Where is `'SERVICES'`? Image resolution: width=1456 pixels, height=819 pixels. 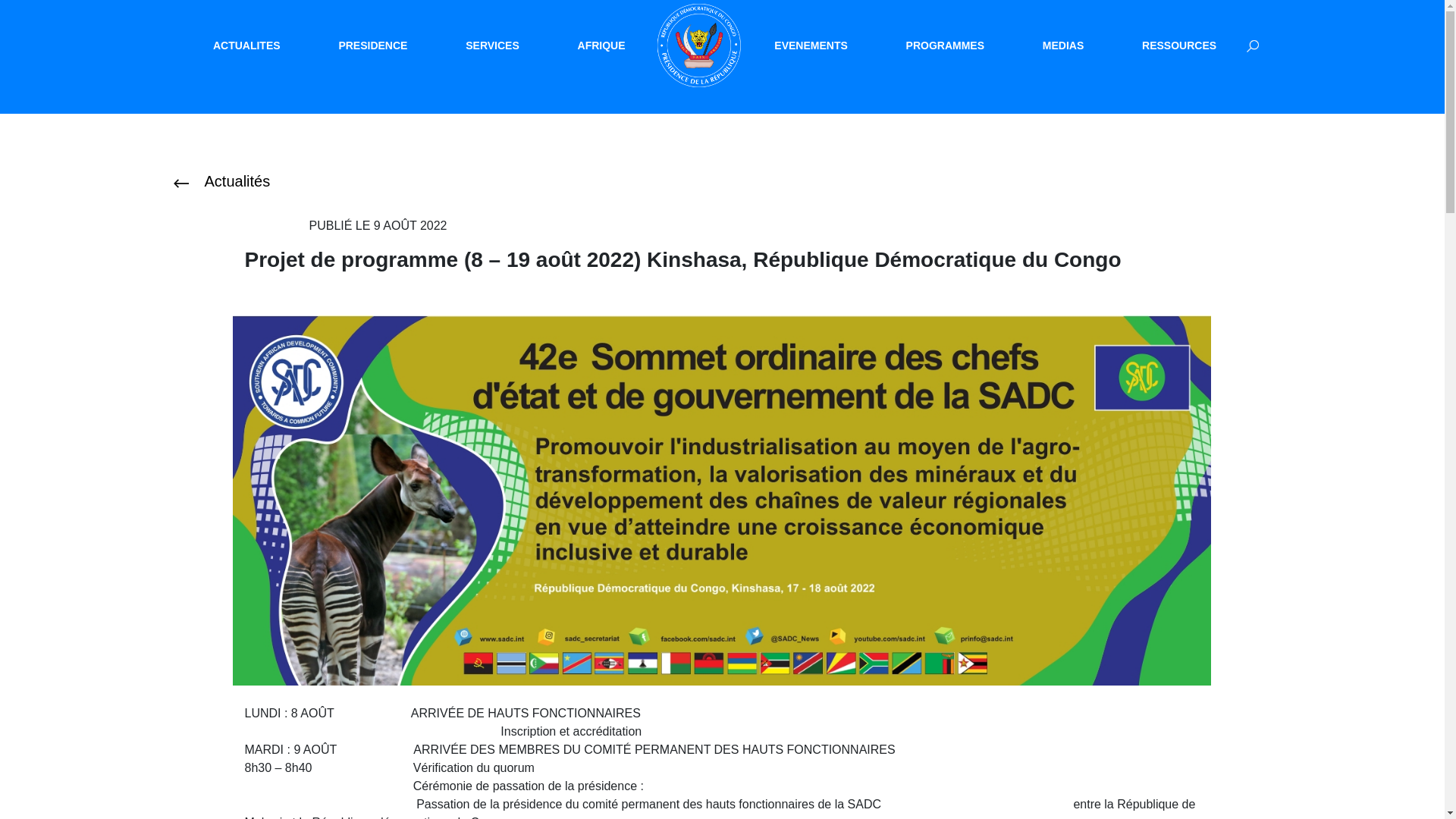 'SERVICES' is located at coordinates (492, 45).